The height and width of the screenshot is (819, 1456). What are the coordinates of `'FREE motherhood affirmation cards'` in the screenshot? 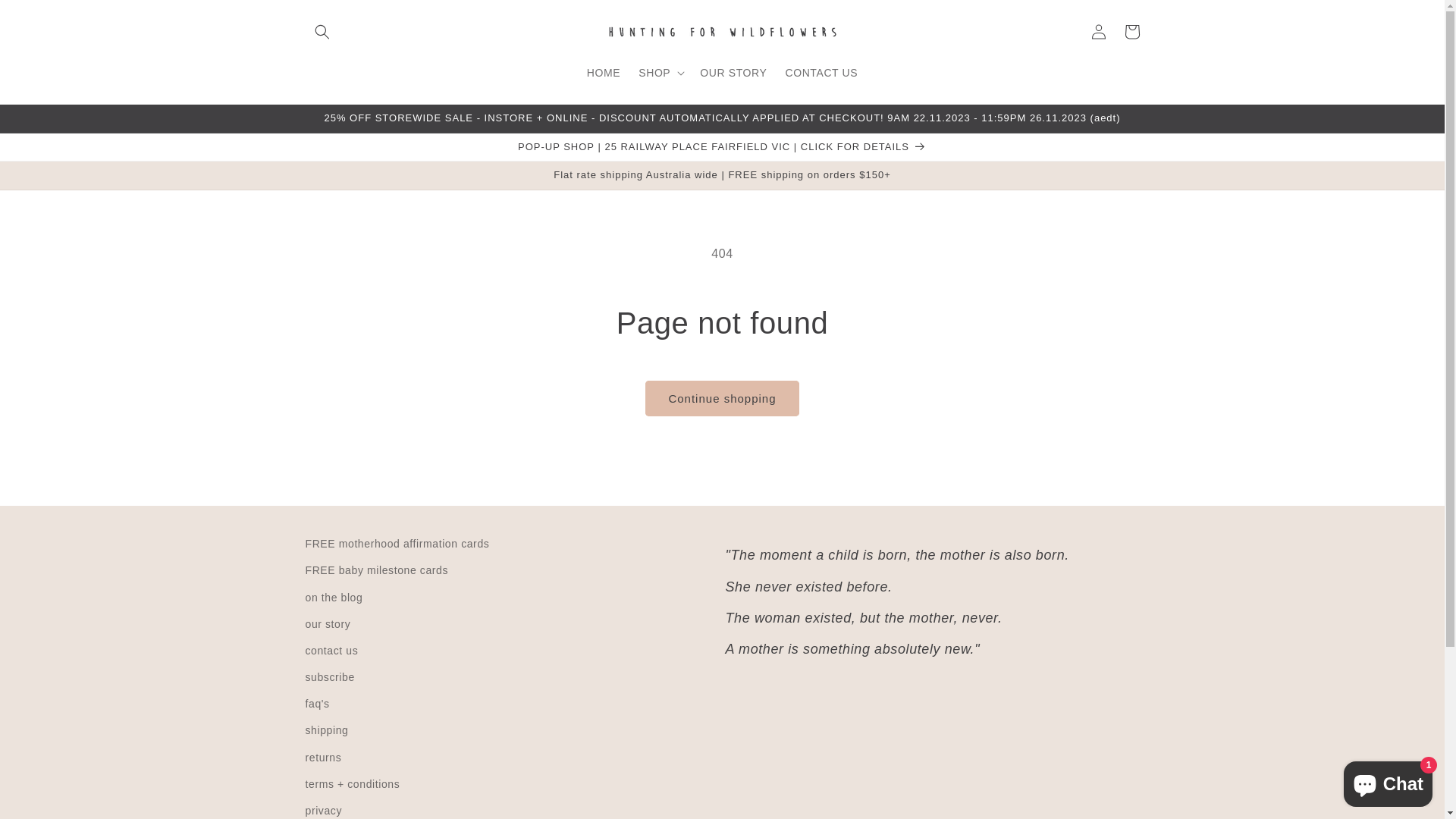 It's located at (397, 546).